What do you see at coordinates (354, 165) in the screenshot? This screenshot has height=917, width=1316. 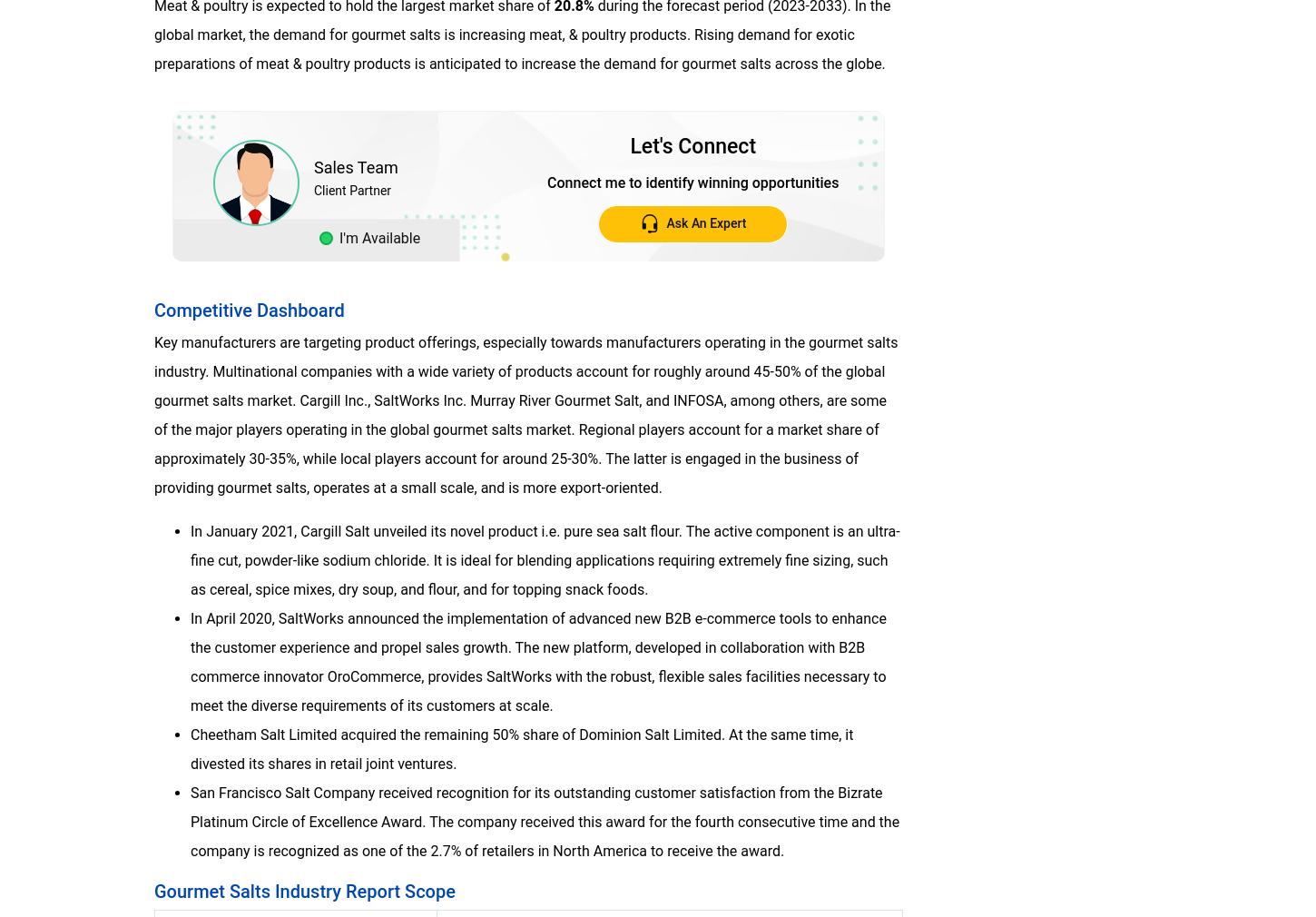 I see `'Sales Team'` at bounding box center [354, 165].